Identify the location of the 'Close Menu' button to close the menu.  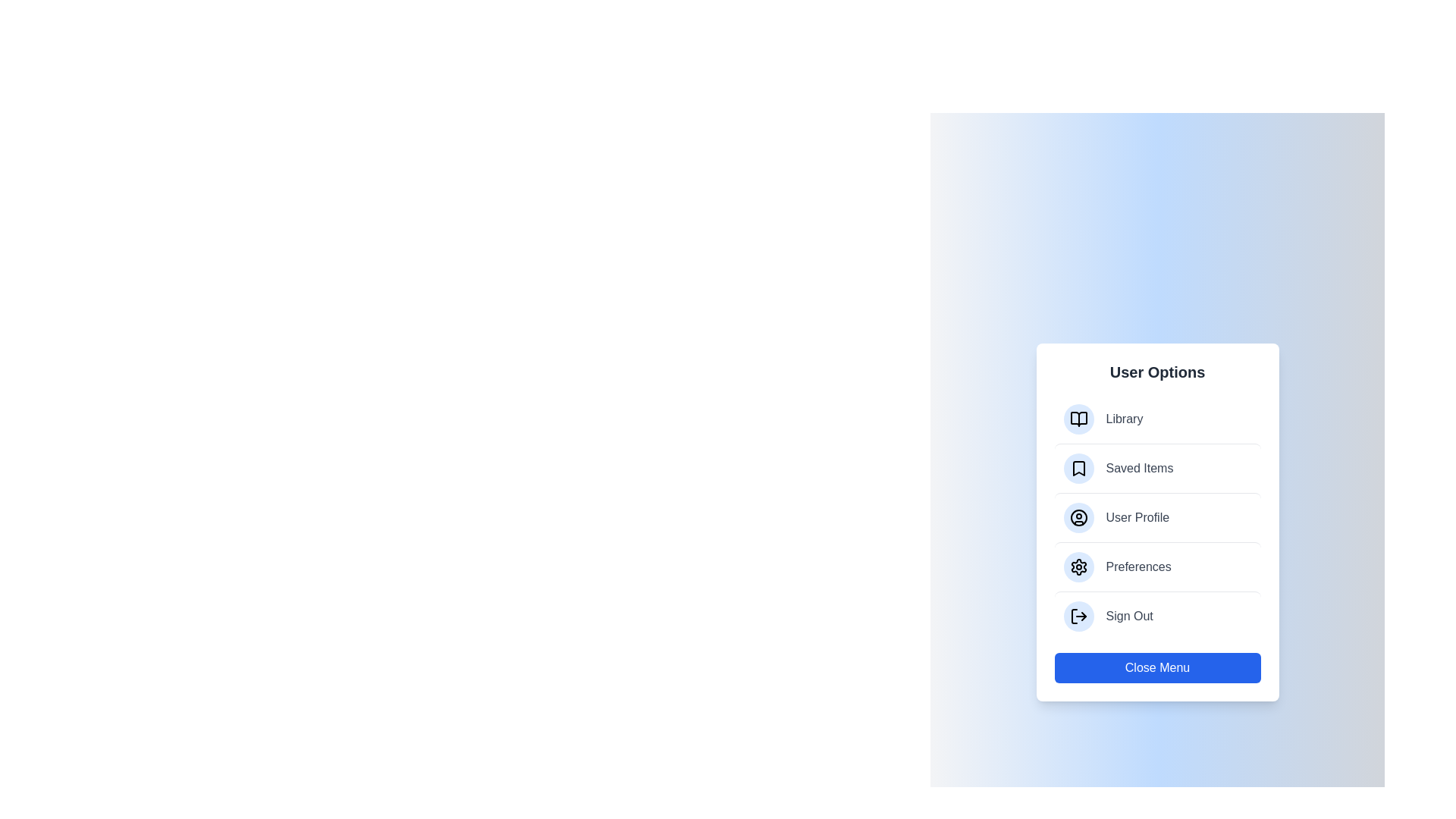
(1156, 667).